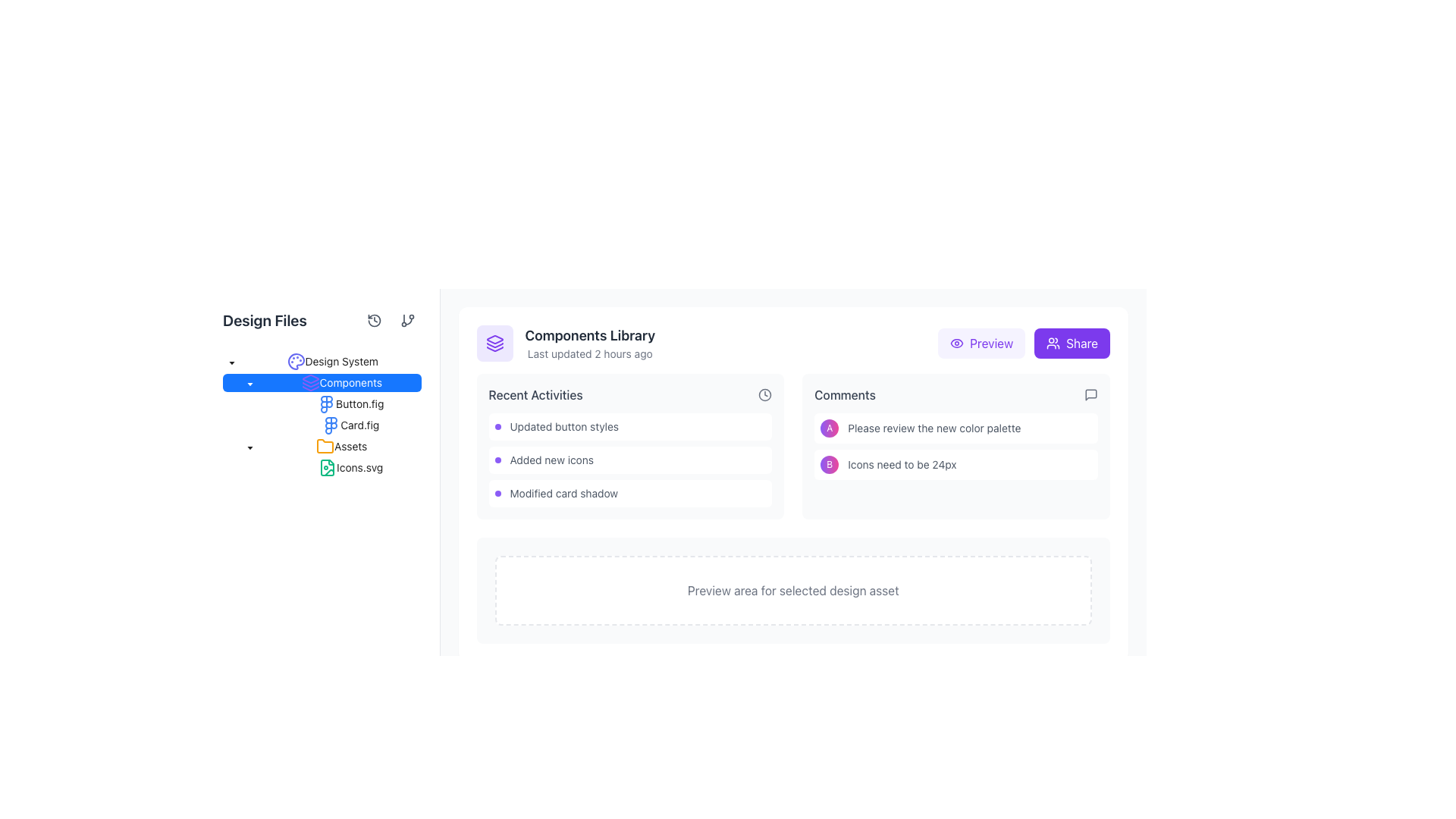 The image size is (1456, 819). What do you see at coordinates (340, 361) in the screenshot?
I see `the label representing the 'Design System' tree node` at bounding box center [340, 361].